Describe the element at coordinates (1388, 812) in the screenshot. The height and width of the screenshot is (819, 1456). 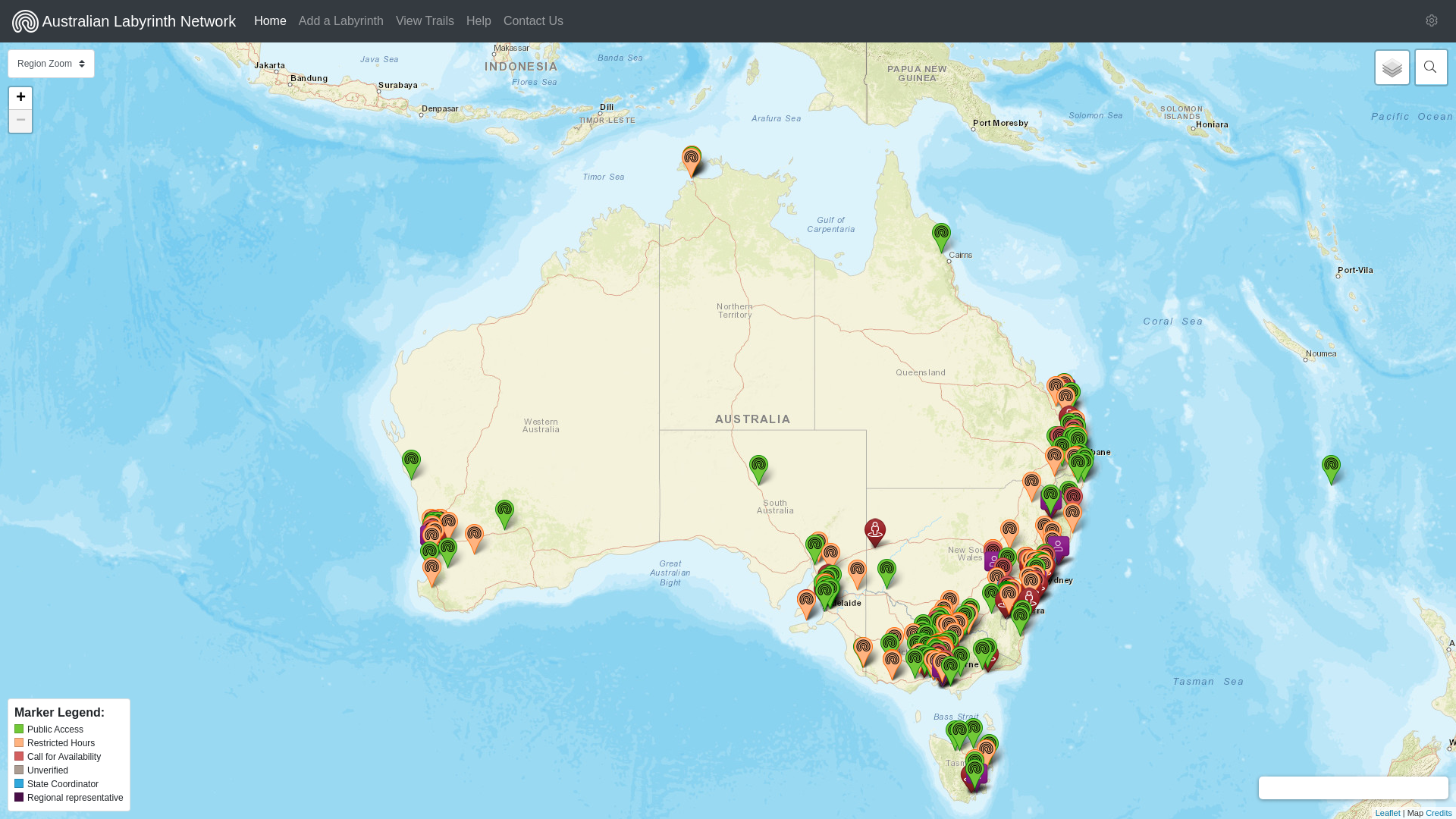
I see `'Leaflet'` at that location.